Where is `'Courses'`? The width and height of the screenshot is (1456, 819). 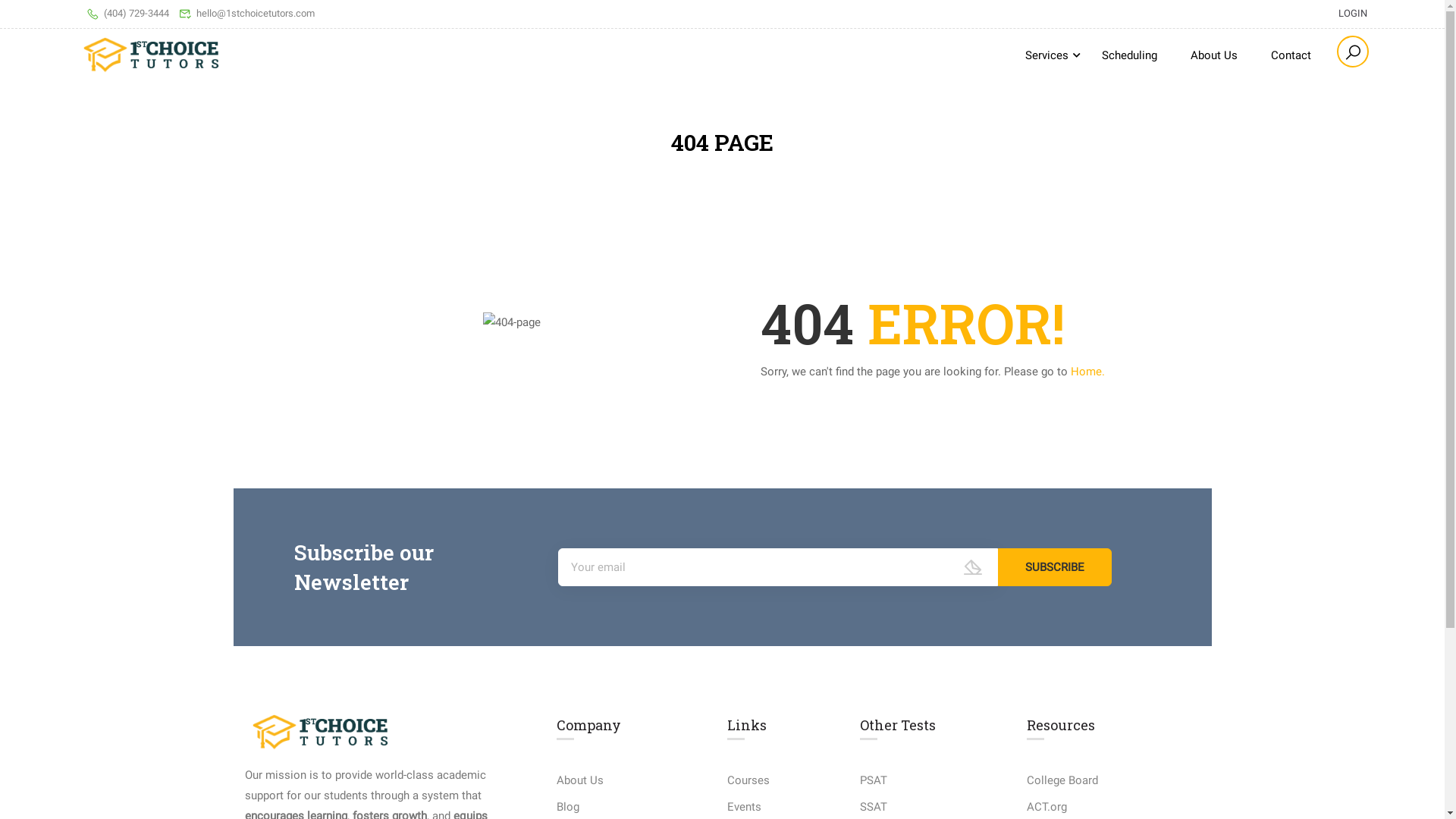 'Courses' is located at coordinates (748, 780).